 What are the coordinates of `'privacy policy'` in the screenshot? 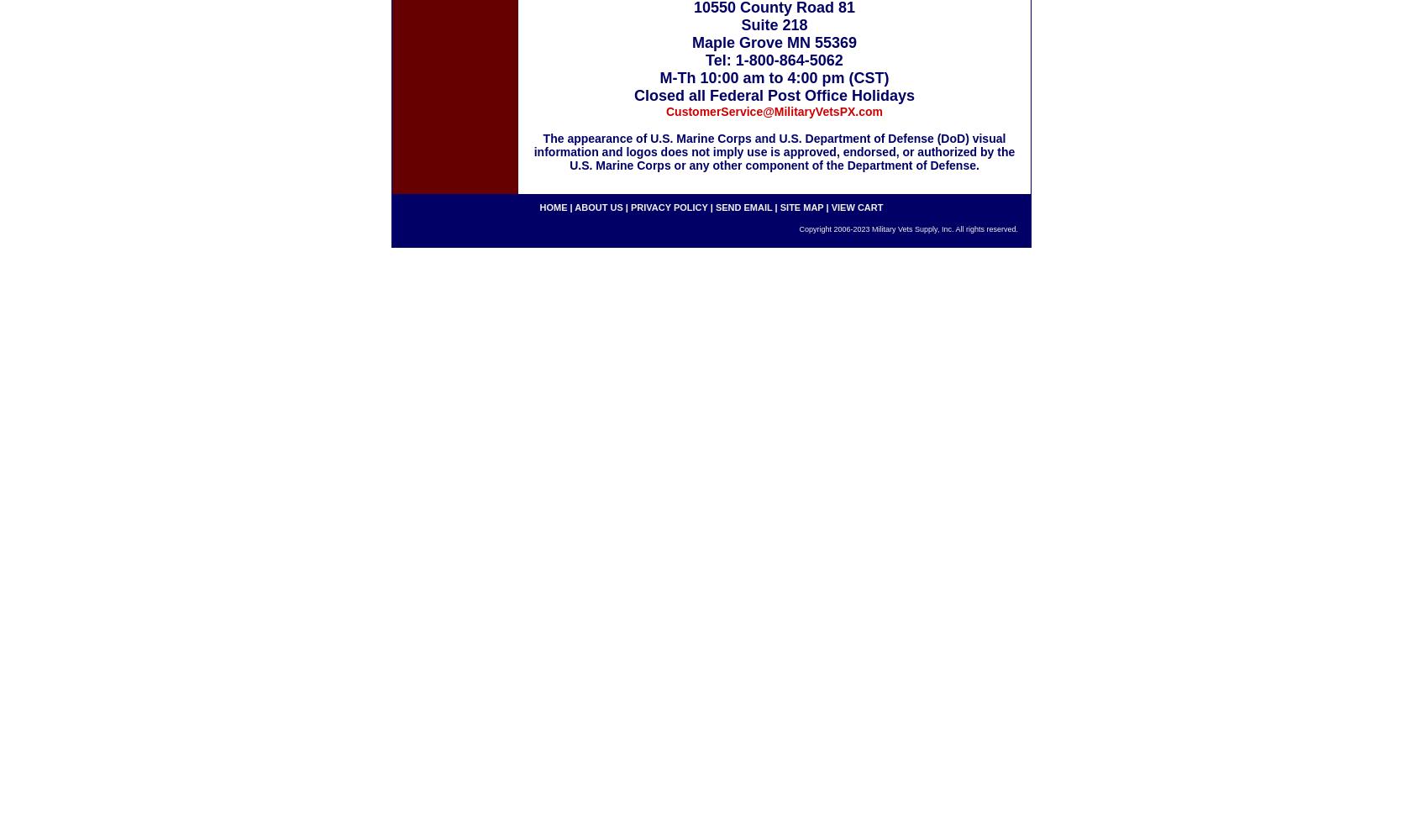 It's located at (669, 207).